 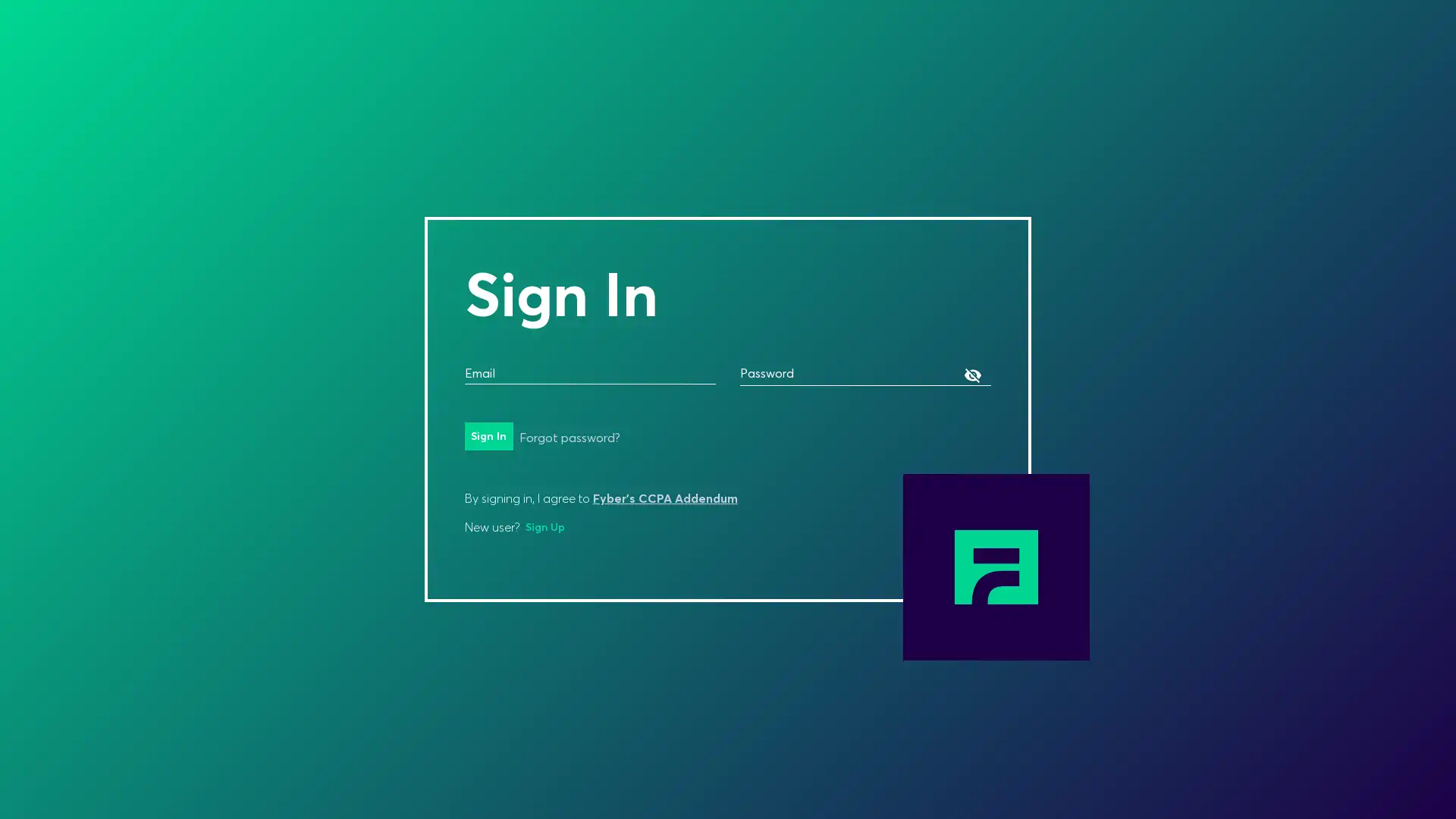 I want to click on Forgot password?, so click(x=568, y=438).